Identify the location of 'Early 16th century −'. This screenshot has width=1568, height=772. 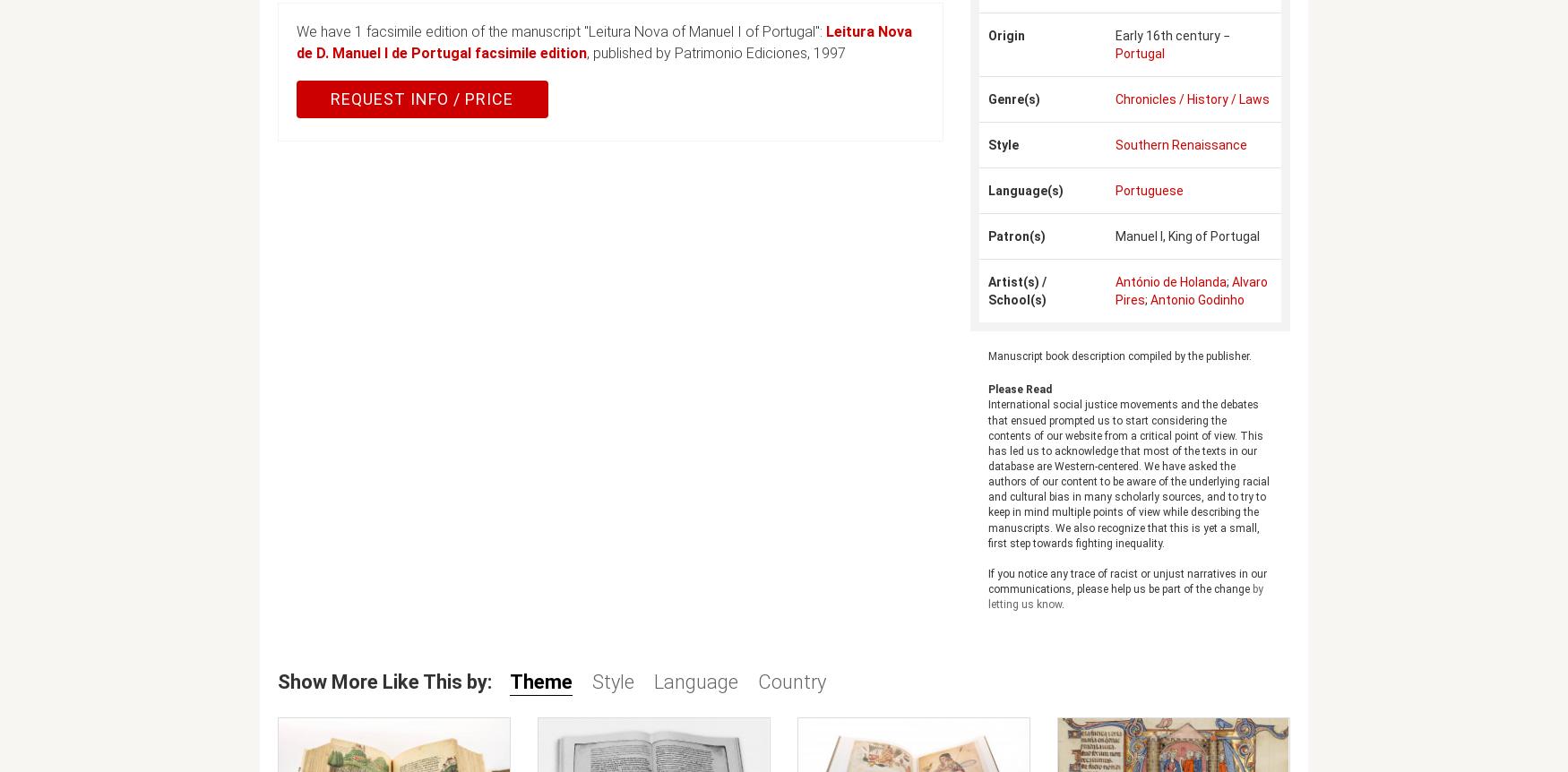
(1170, 35).